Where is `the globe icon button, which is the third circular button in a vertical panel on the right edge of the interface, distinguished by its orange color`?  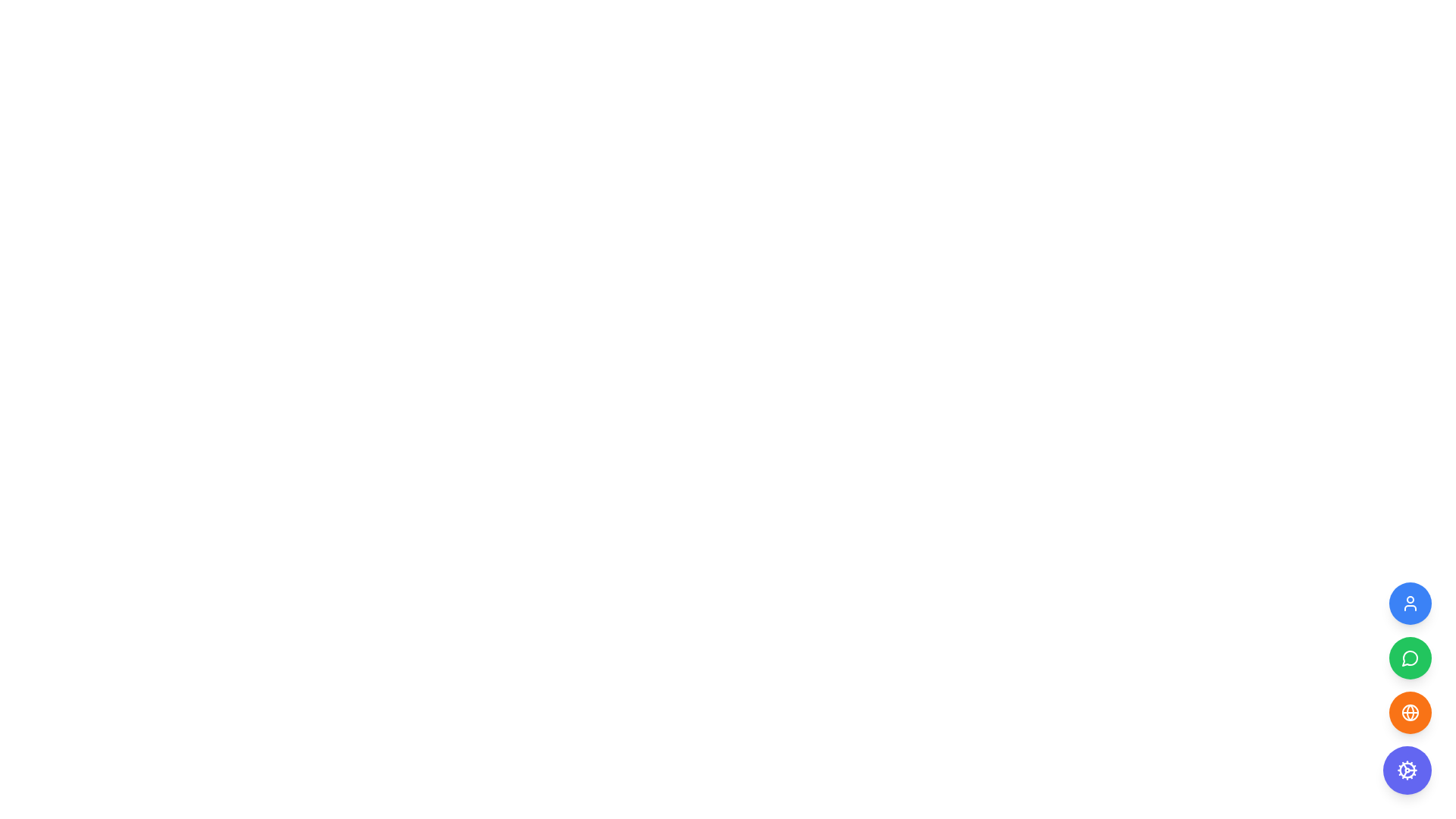 the globe icon button, which is the third circular button in a vertical panel on the right edge of the interface, distinguished by its orange color is located at coordinates (1410, 713).